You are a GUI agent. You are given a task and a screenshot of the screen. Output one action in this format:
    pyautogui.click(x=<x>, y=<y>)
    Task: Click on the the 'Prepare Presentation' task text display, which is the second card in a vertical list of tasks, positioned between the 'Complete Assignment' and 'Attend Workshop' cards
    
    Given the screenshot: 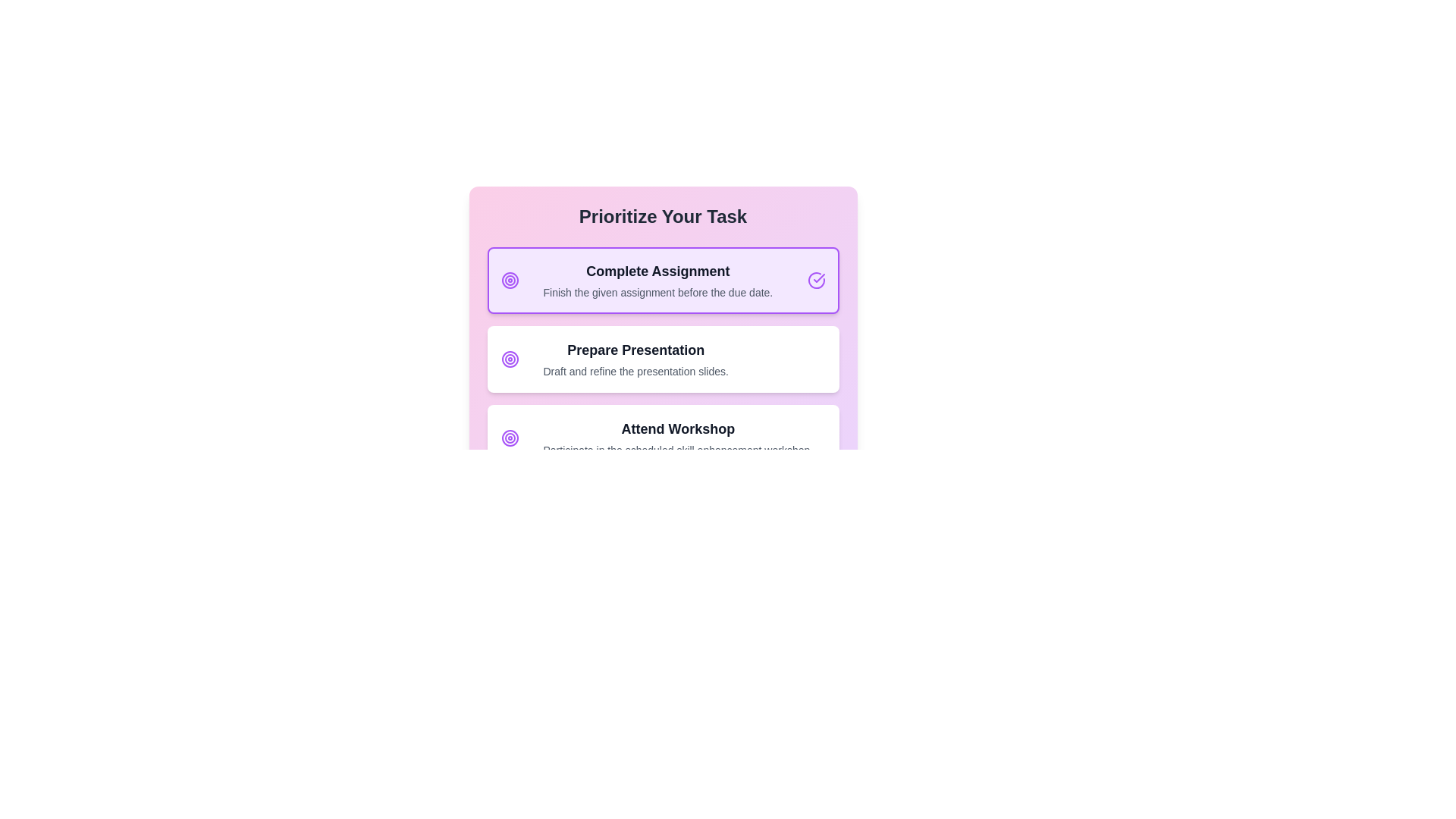 What is the action you would take?
    pyautogui.click(x=635, y=359)
    